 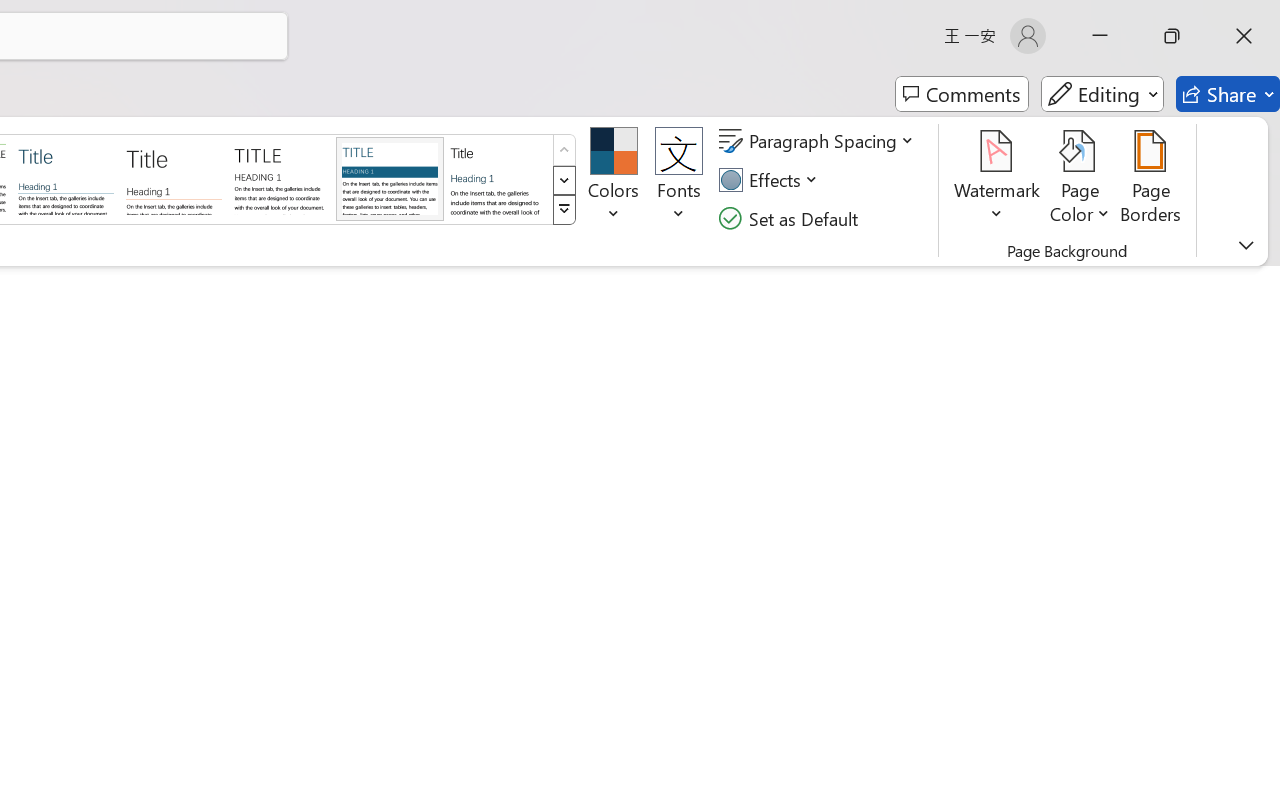 What do you see at coordinates (563, 179) in the screenshot?
I see `'Row Down'` at bounding box center [563, 179].